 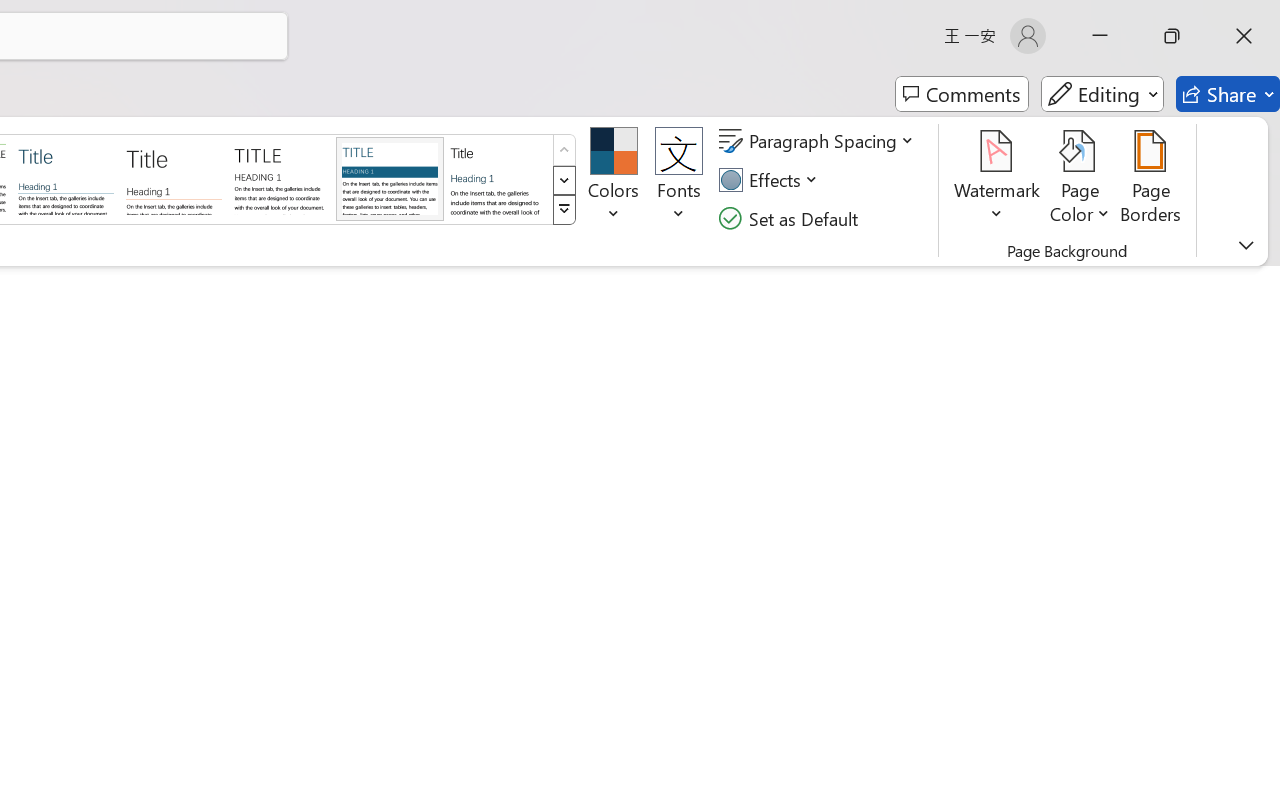 What do you see at coordinates (563, 179) in the screenshot?
I see `'Row Down'` at bounding box center [563, 179].